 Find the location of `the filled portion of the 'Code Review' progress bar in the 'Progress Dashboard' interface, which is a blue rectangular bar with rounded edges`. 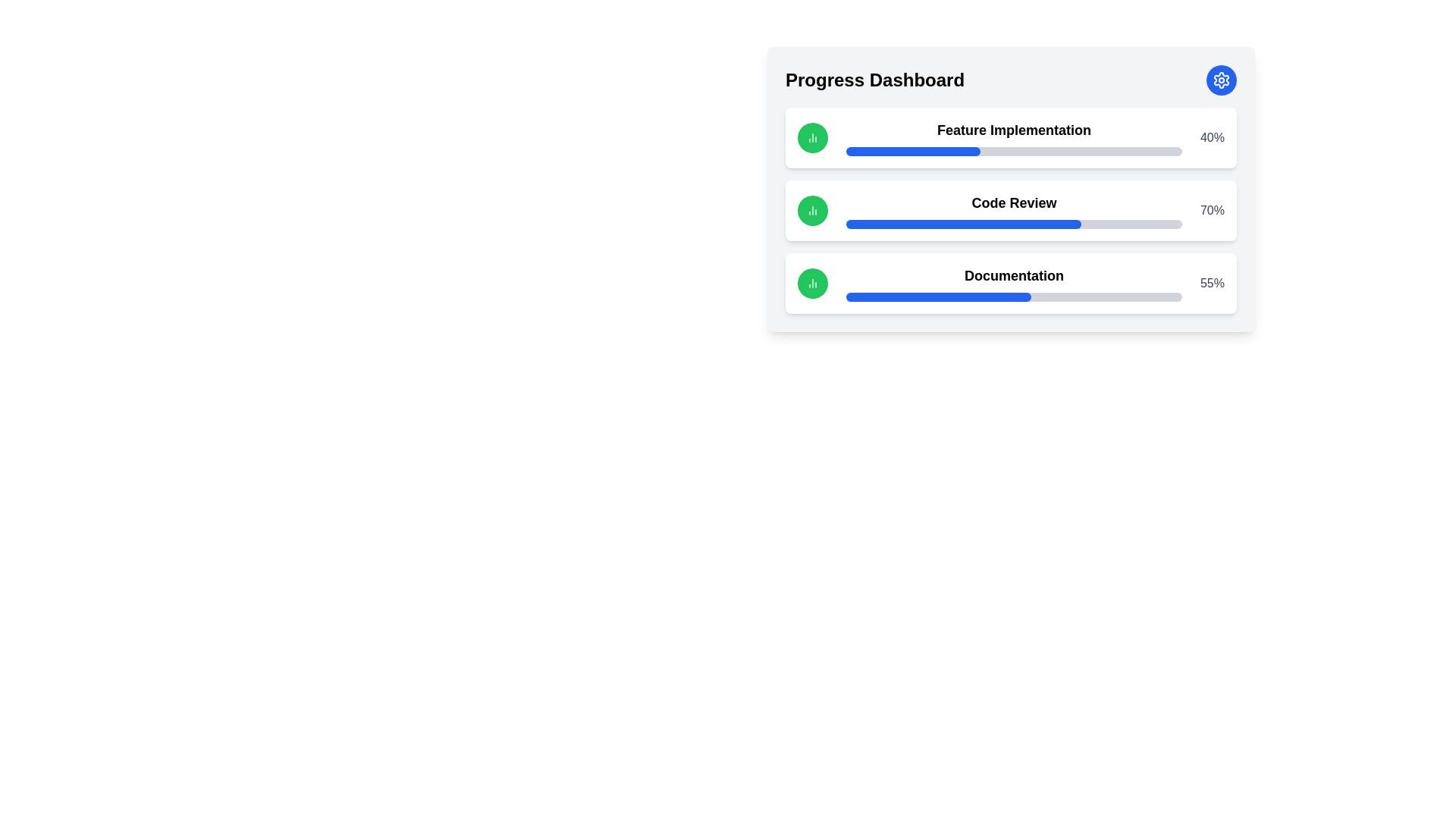

the filled portion of the 'Code Review' progress bar in the 'Progress Dashboard' interface, which is a blue rectangular bar with rounded edges is located at coordinates (963, 224).